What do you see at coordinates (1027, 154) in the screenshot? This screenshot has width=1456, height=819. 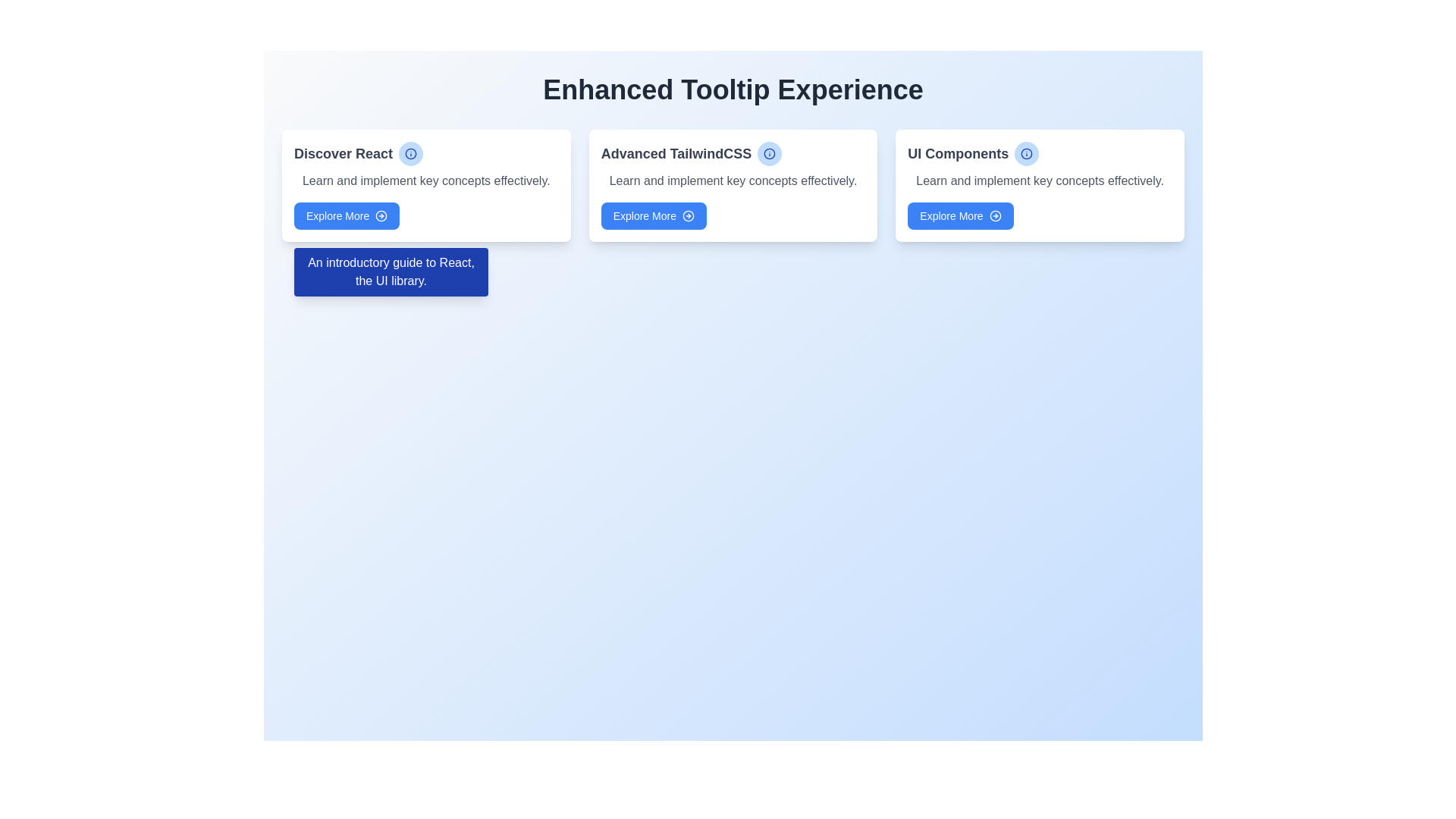 I see `the circular blue-bordered icon with an information symbol located at the top right corner of the 'UI Components' card` at bounding box center [1027, 154].